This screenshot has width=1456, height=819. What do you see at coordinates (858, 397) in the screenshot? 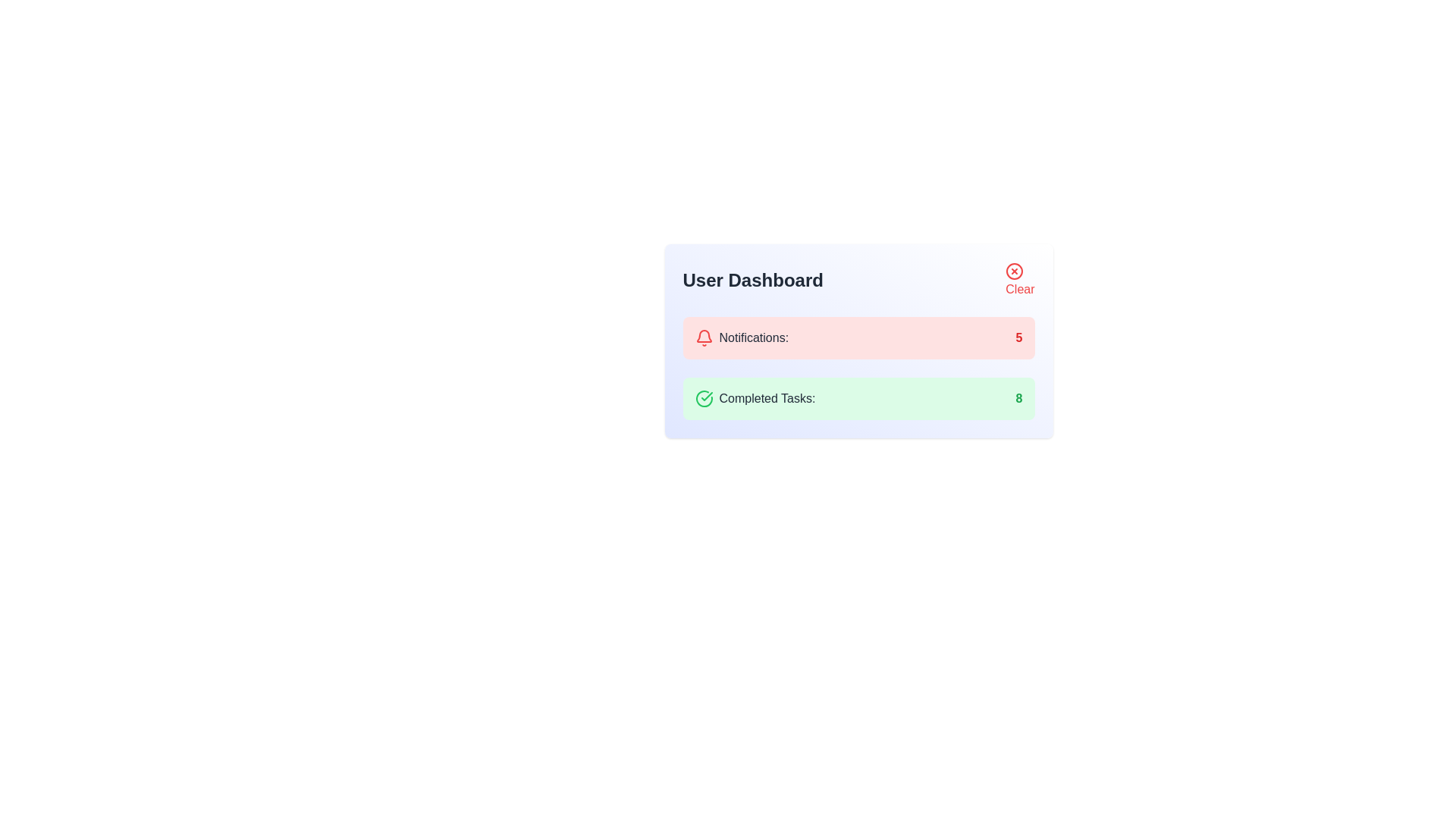
I see `the informational bar displaying the number of completed tasks, located below the Notifications bar in the User Dashboard` at bounding box center [858, 397].